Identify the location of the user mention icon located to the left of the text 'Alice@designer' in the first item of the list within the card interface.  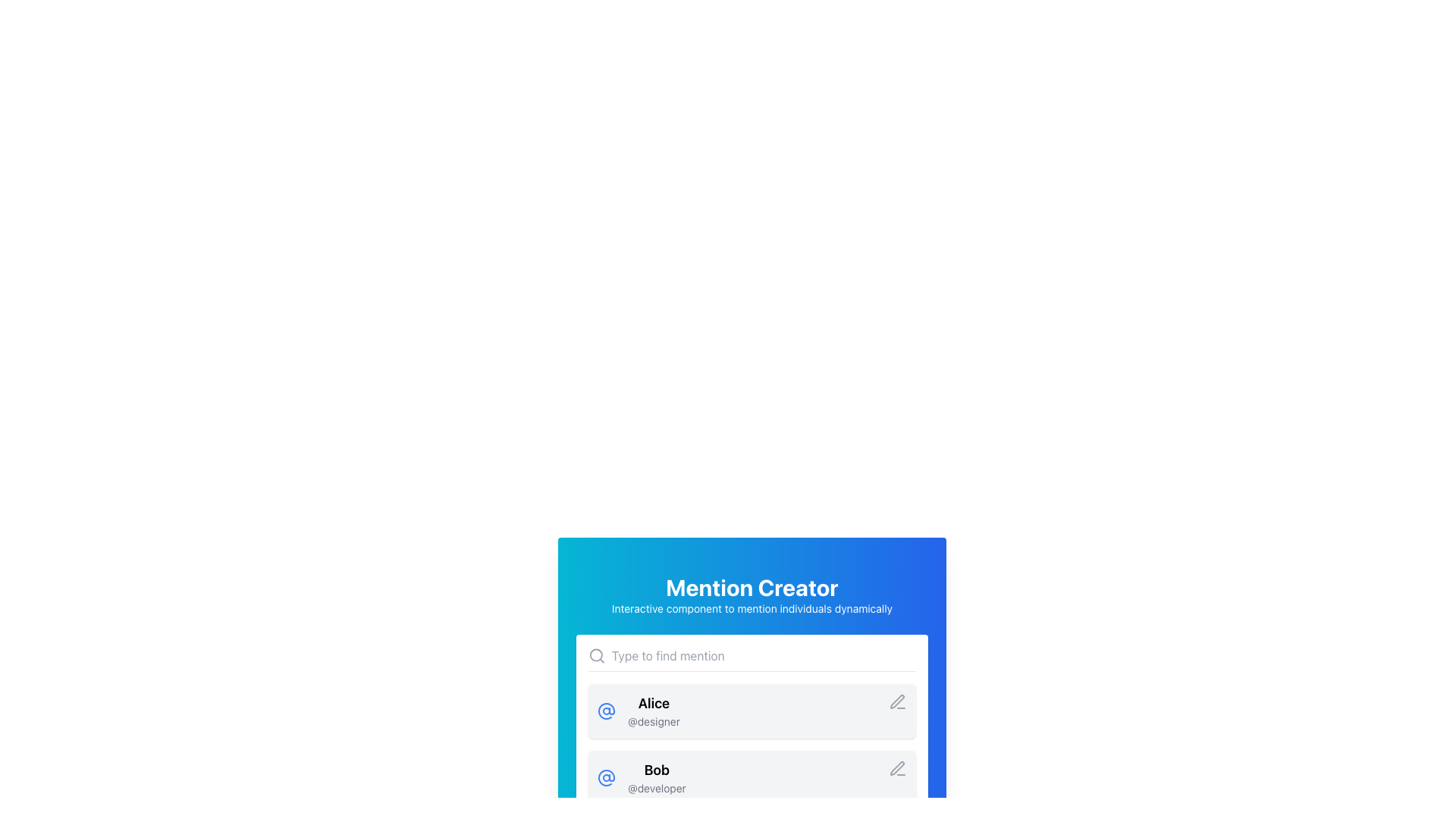
(607, 711).